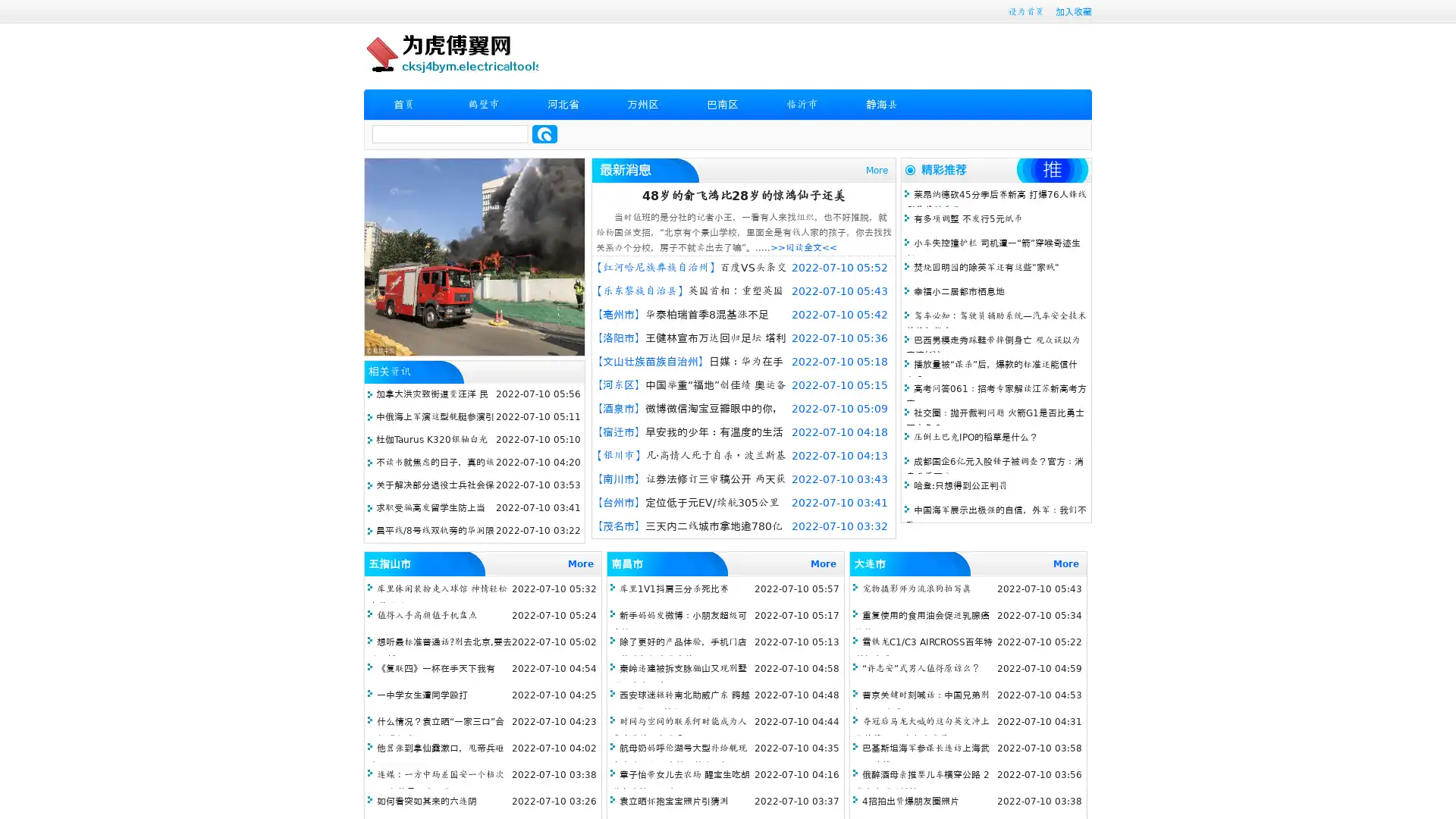 The width and height of the screenshot is (1456, 819). I want to click on Search, so click(544, 133).